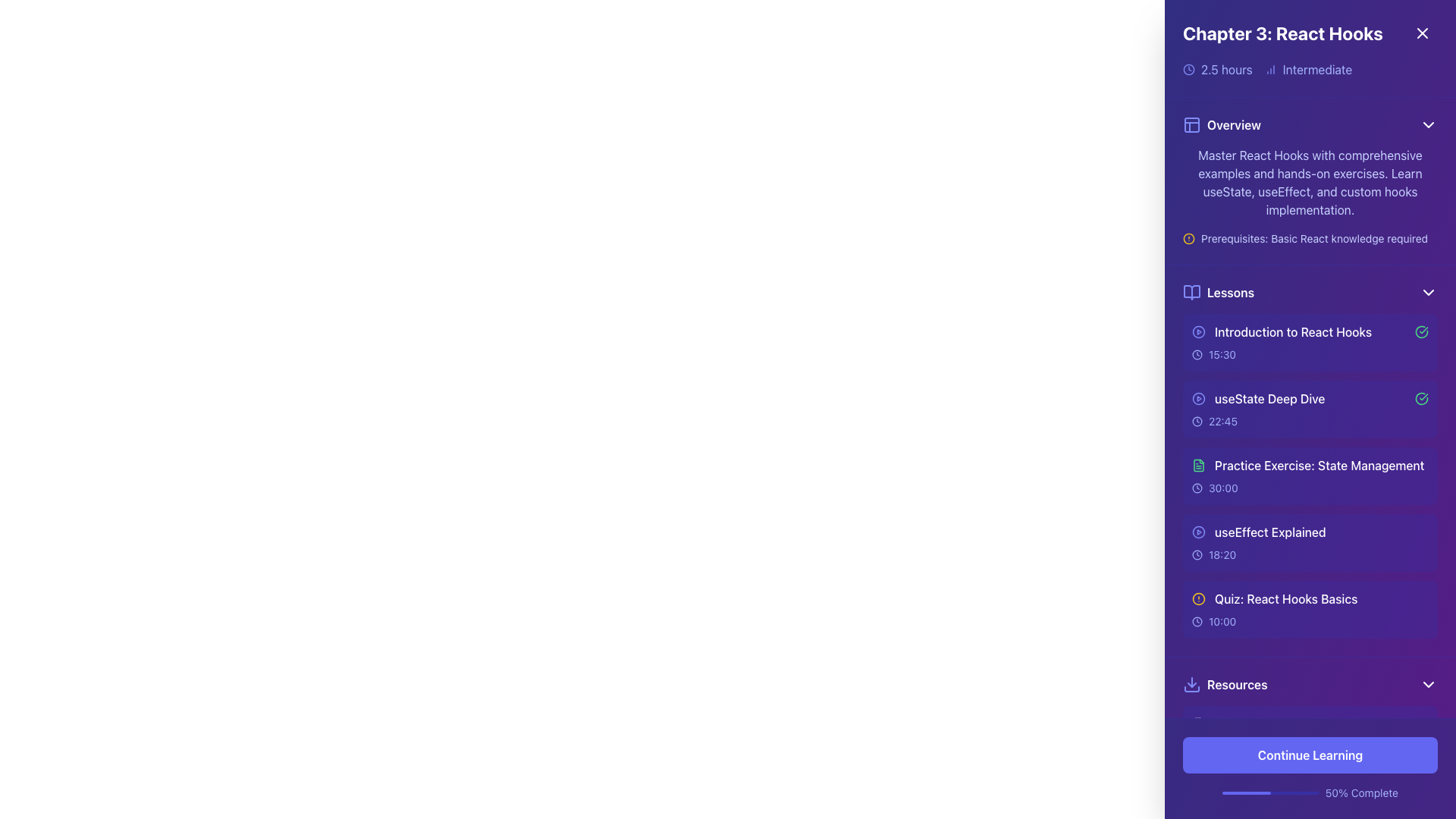 The width and height of the screenshot is (1456, 819). Describe the element at coordinates (1274, 598) in the screenshot. I see `the label that displays the text 'Quiz: React Hooks Basics' with a yellow exclamation mark icon` at that location.